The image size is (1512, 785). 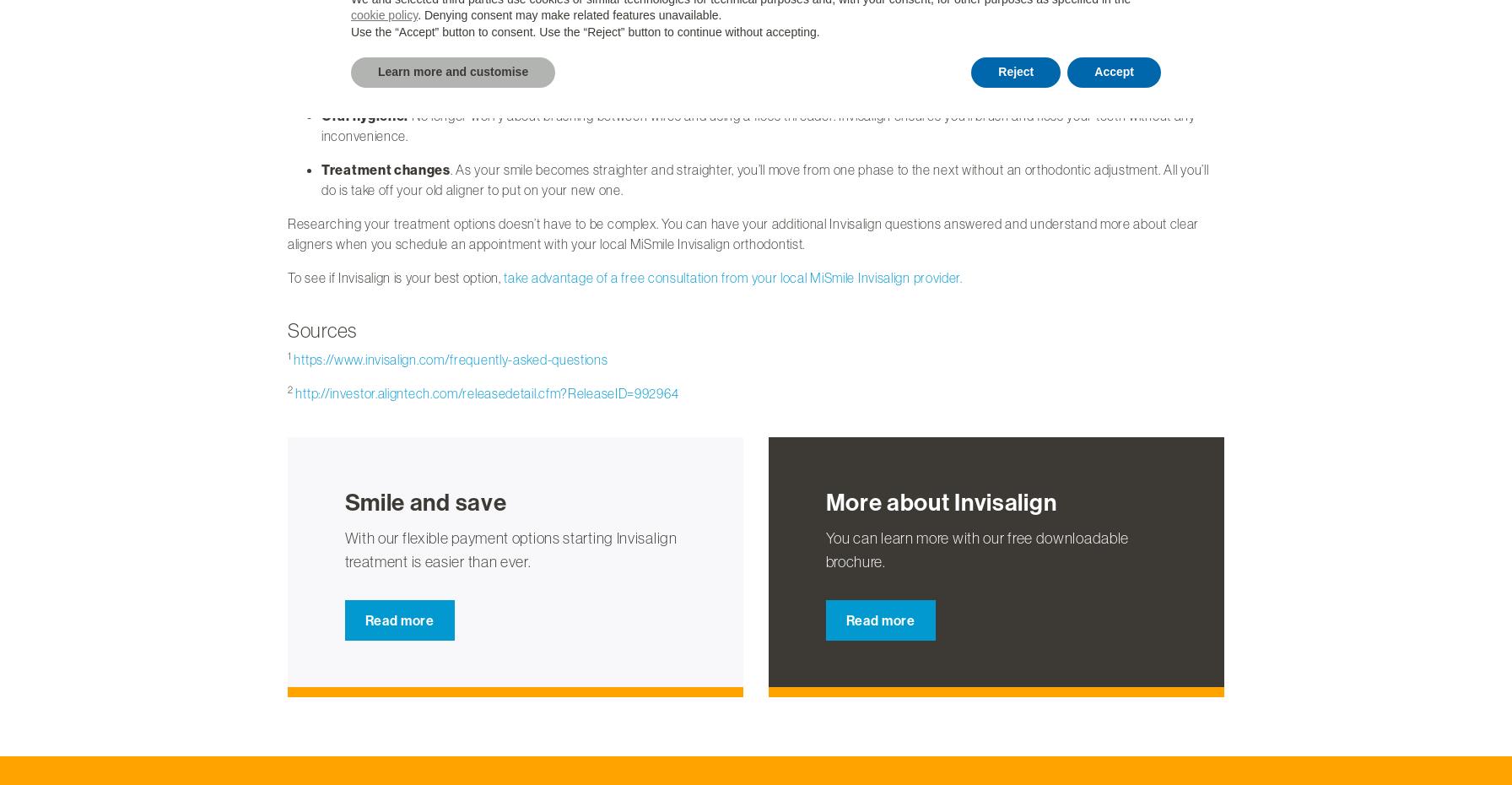 What do you see at coordinates (384, 14) in the screenshot?
I see `'cookie policy'` at bounding box center [384, 14].